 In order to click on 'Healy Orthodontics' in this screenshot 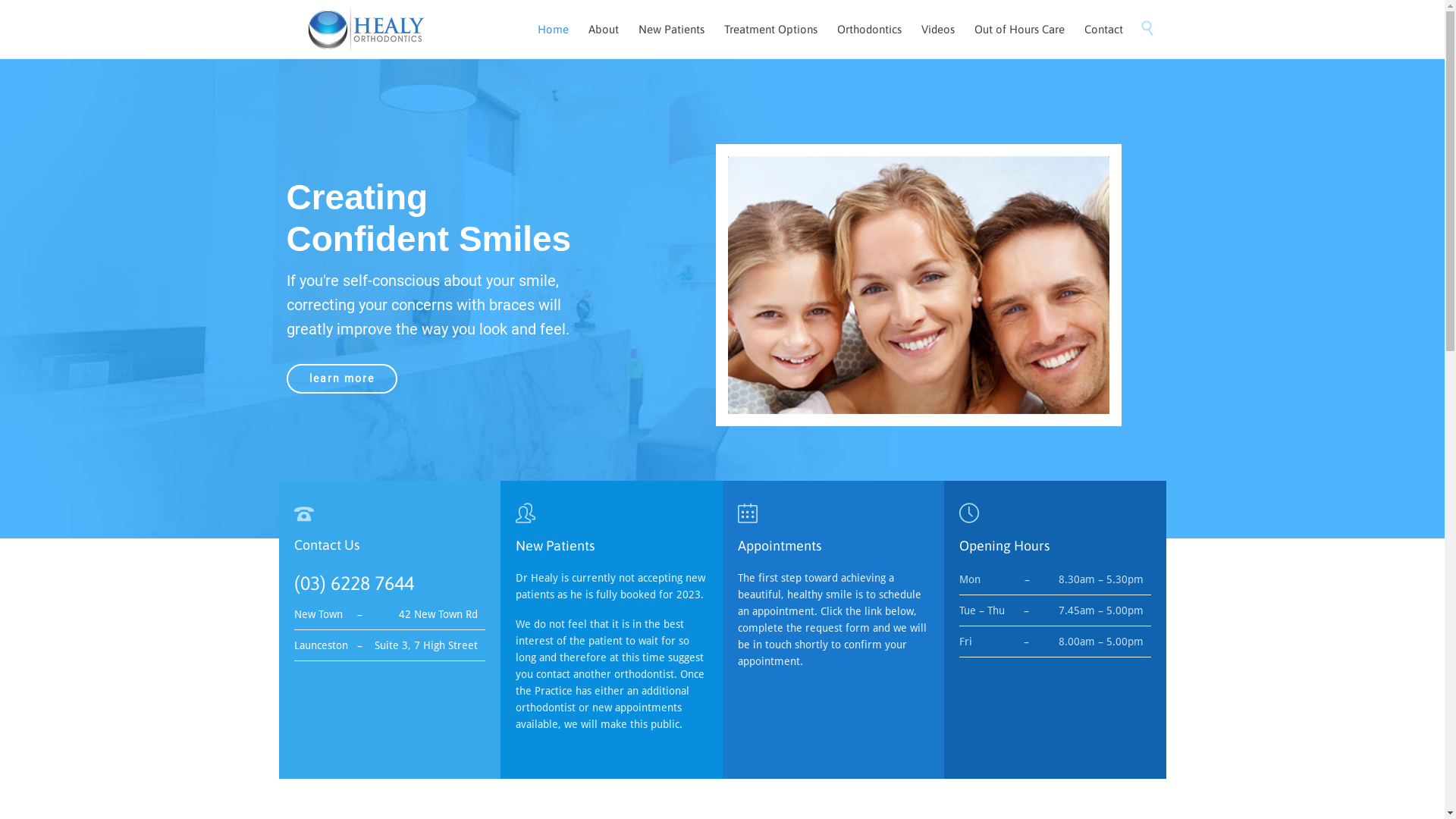, I will do `click(365, 29)`.